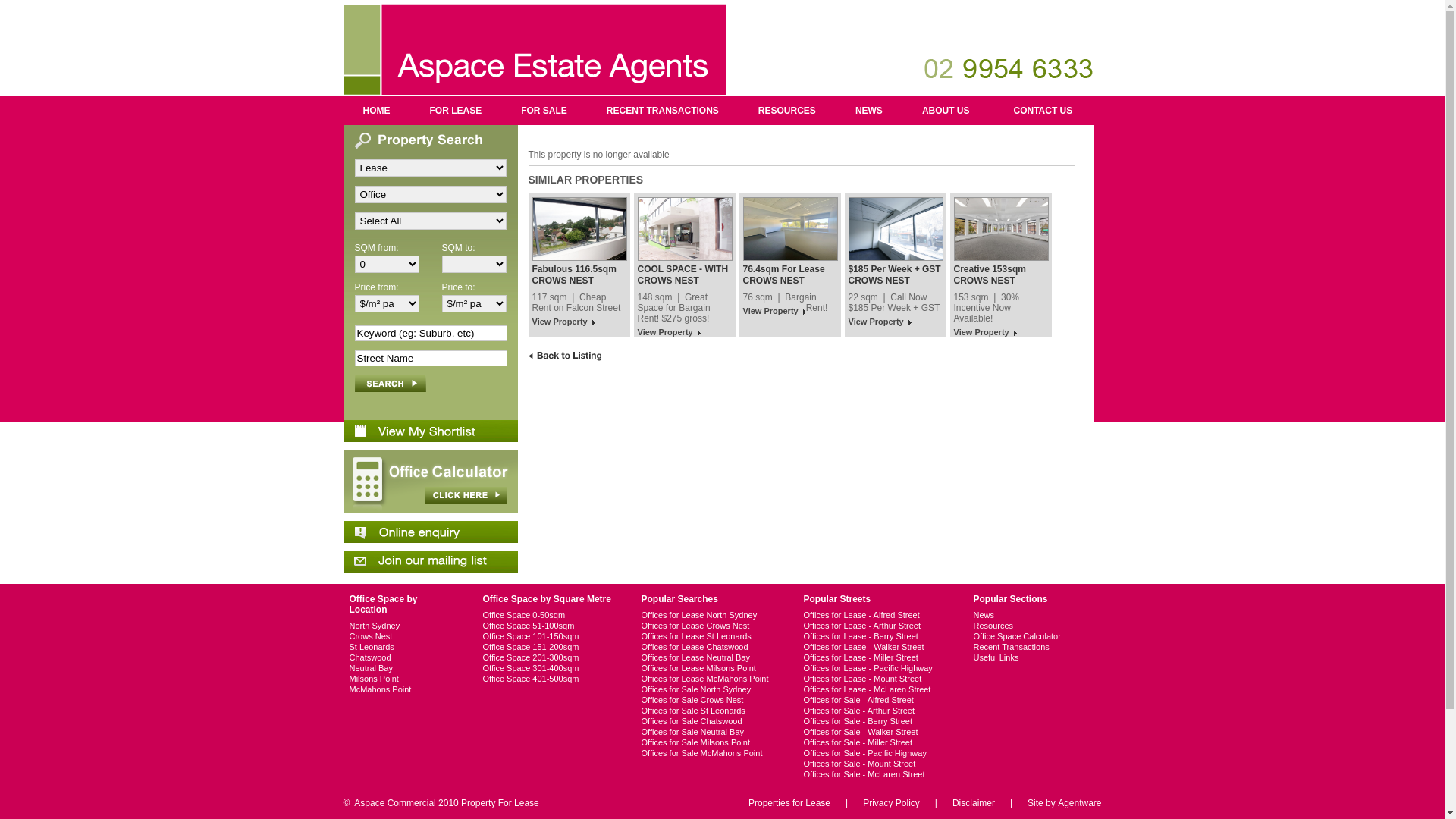  Describe the element at coordinates (993, 110) in the screenshot. I see `'CONTACT US'` at that location.